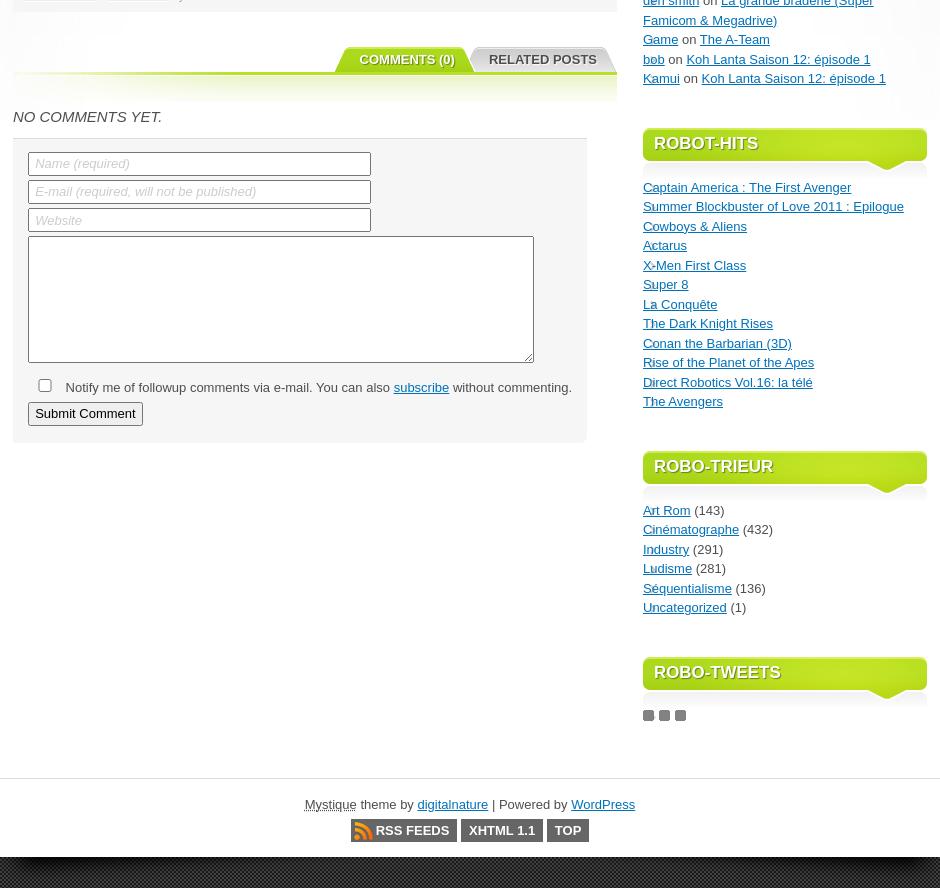 This screenshot has height=888, width=940. I want to click on 'Kamui', so click(661, 77).